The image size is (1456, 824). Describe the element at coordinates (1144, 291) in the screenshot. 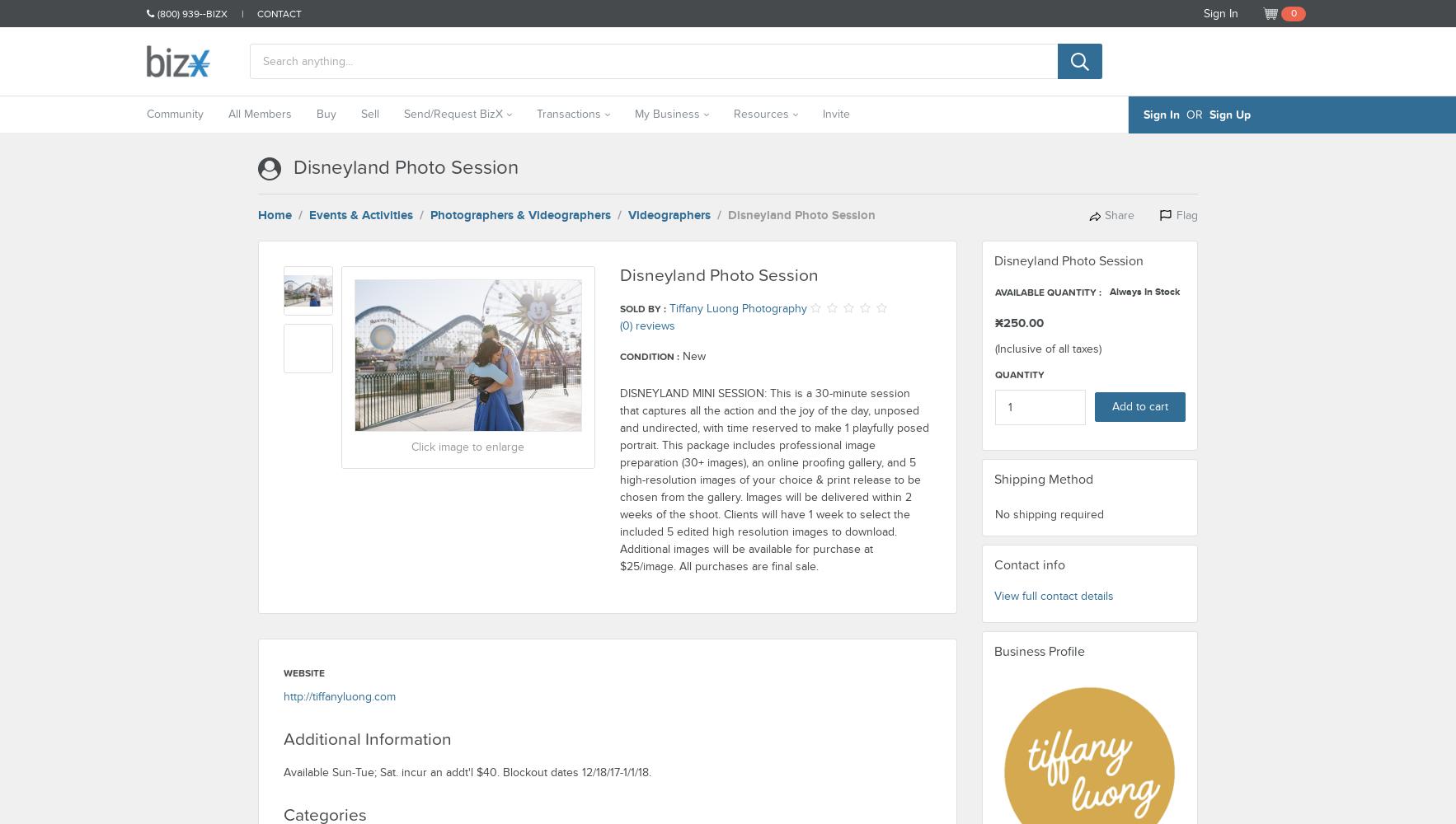

I see `'Always In Stock'` at that location.